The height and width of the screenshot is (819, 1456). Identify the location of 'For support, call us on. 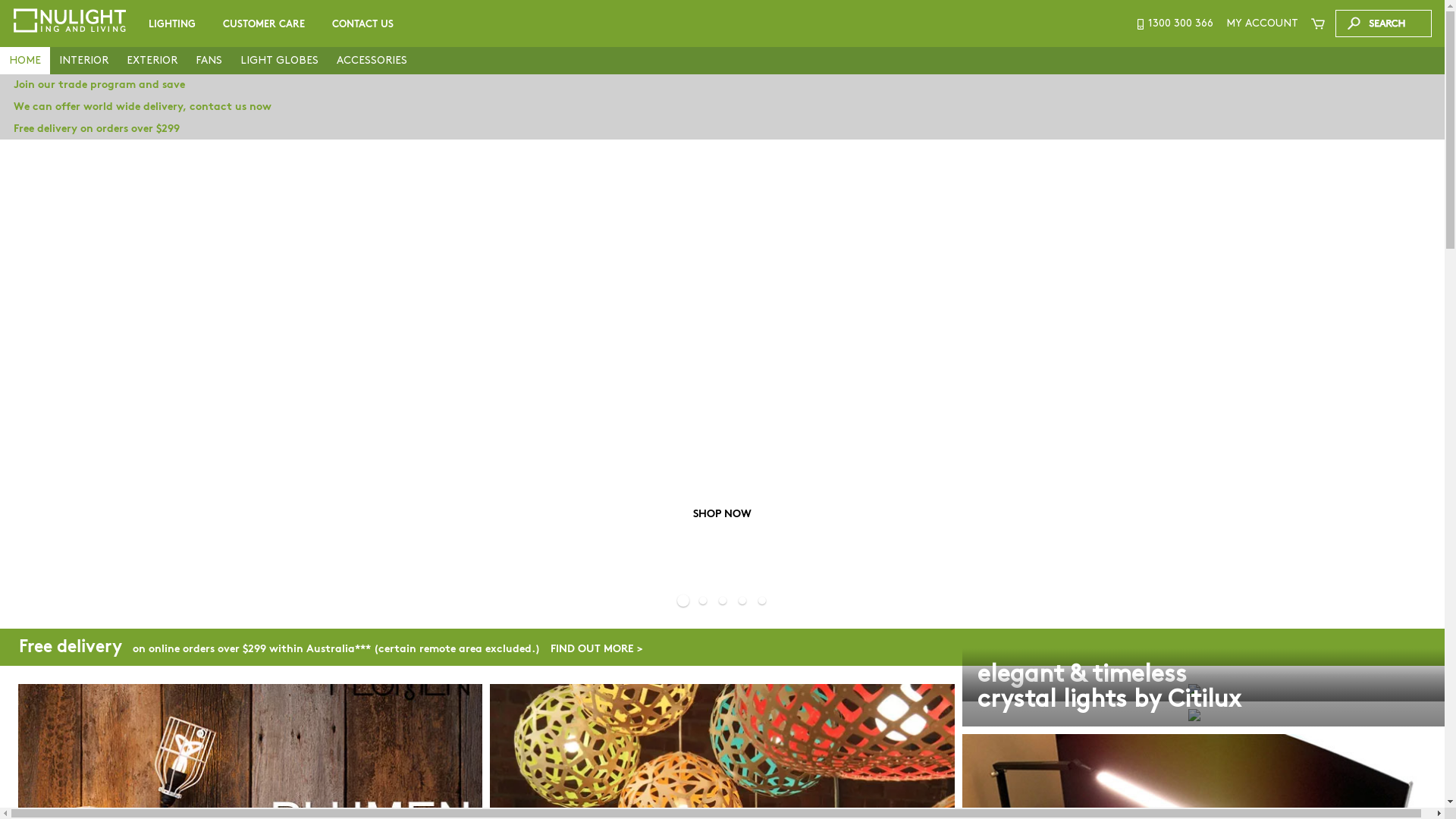
(1173, 23).